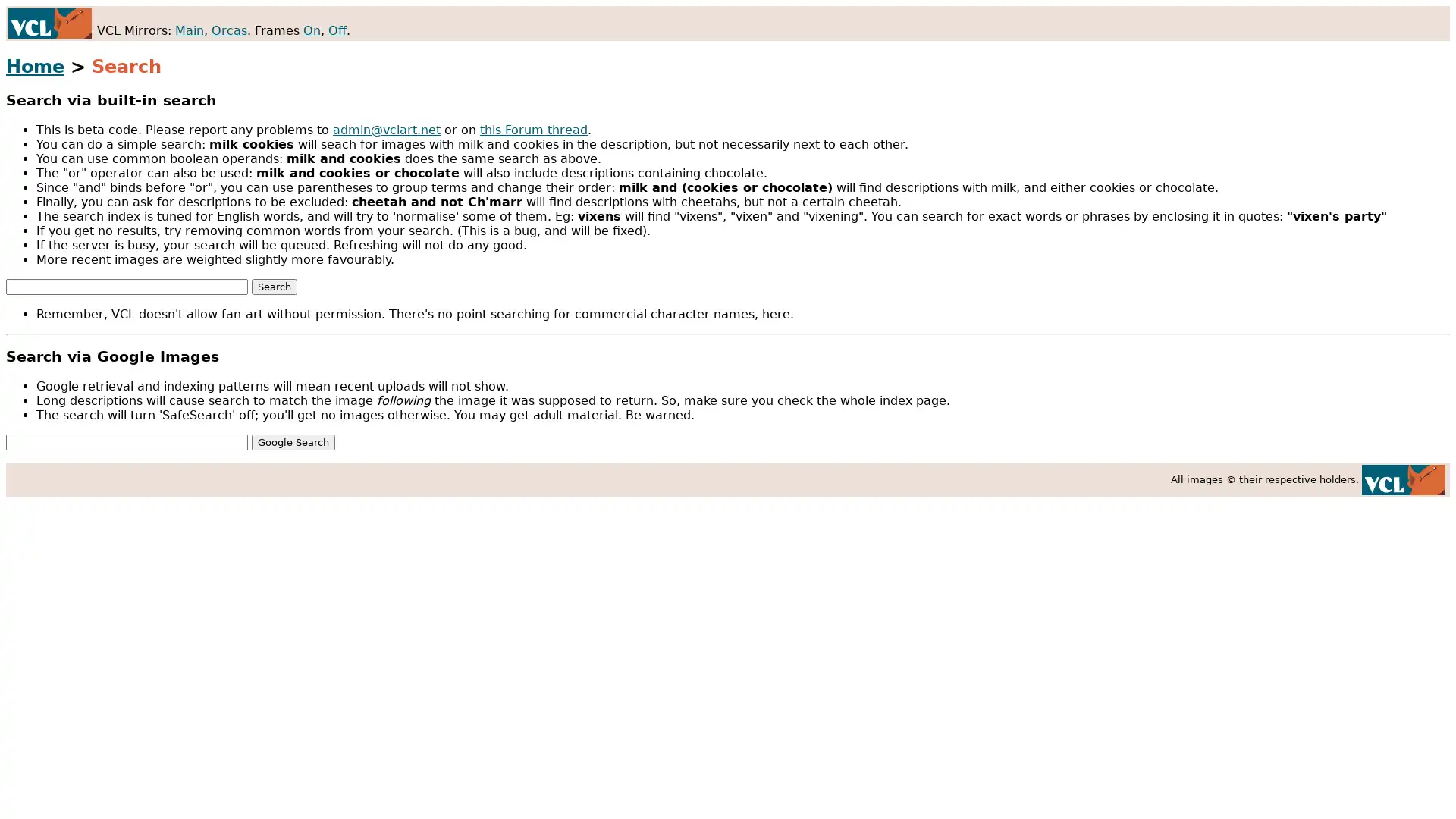  What do you see at coordinates (274, 286) in the screenshot?
I see `Search` at bounding box center [274, 286].